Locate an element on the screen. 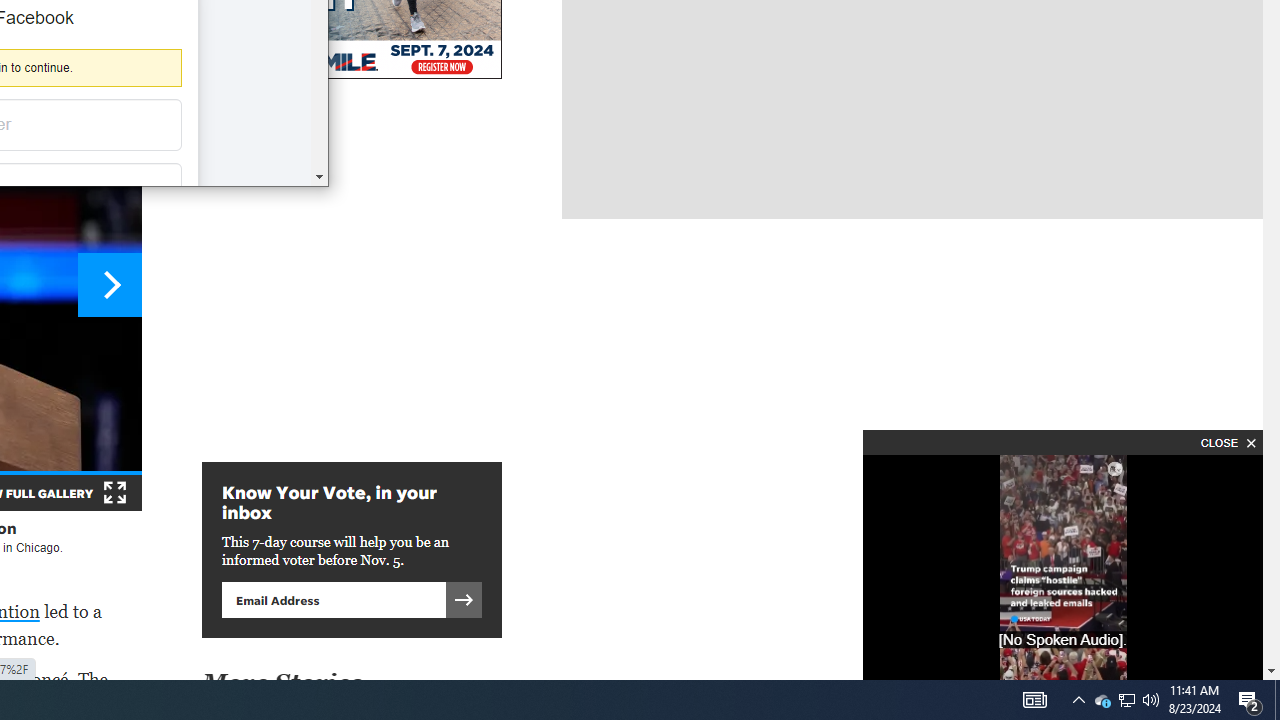 Image resolution: width=1280 pixels, height=720 pixels. 'Action Center, 2 new notifications' is located at coordinates (1250, 698).